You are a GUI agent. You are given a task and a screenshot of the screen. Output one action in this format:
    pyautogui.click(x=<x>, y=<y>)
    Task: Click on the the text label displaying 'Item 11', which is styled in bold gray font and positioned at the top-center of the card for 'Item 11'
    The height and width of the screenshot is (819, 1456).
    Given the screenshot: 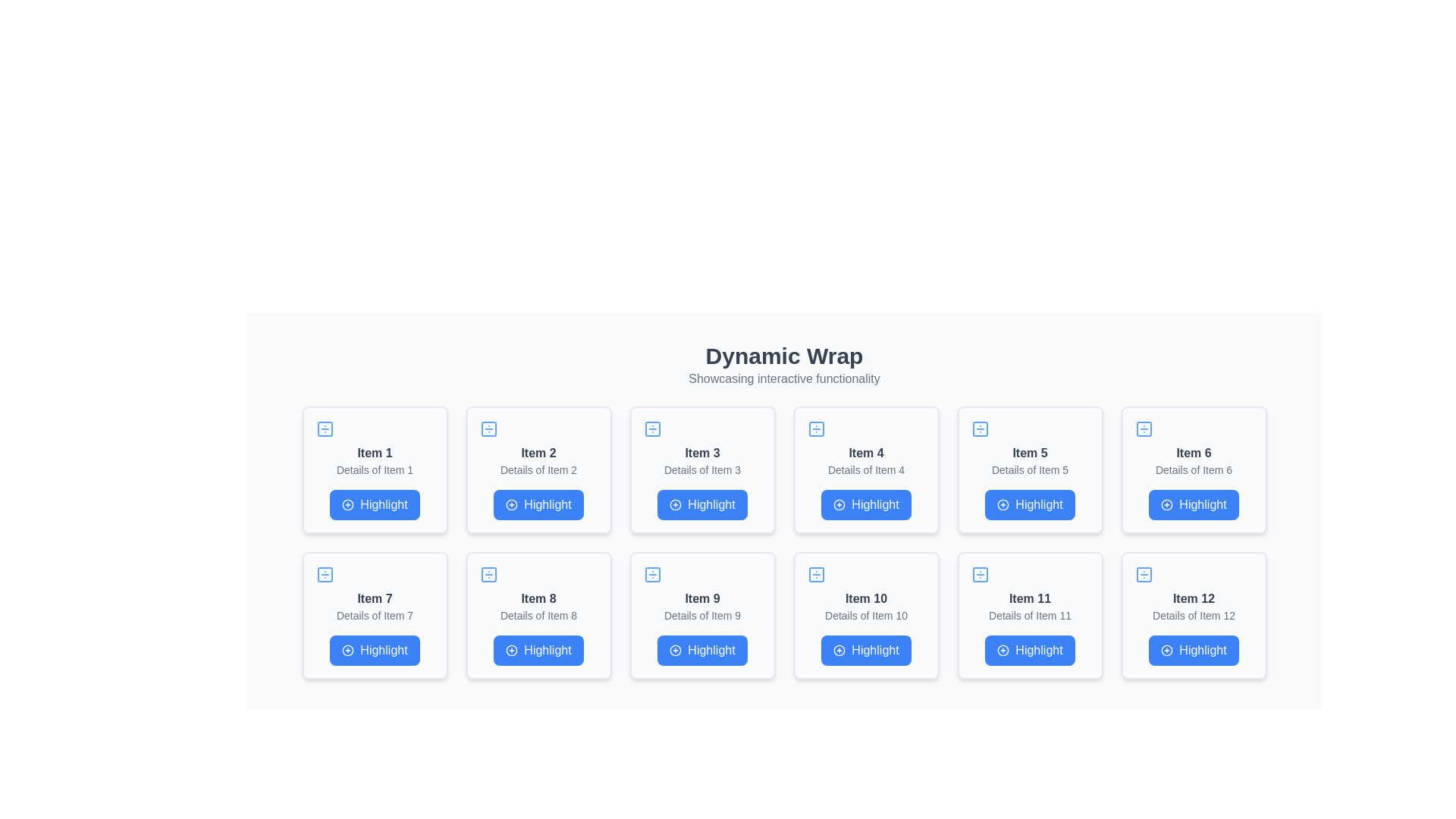 What is the action you would take?
    pyautogui.click(x=1030, y=598)
    